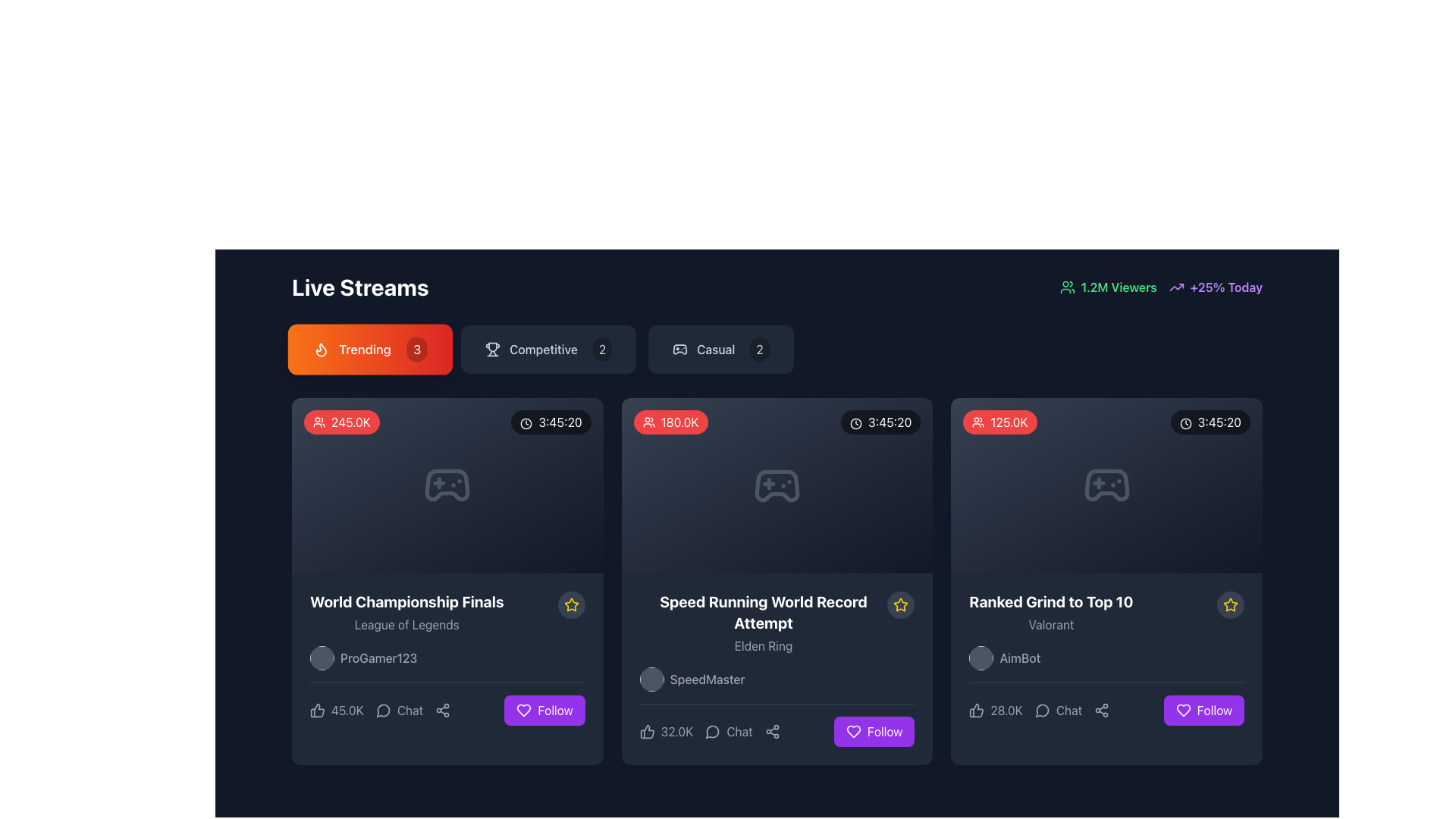 This screenshot has height=819, width=1456. Describe the element at coordinates (1066, 287) in the screenshot. I see `the user group silhouettes icon styled in green, located to the left of the '1.2M Viewers' text in the upper-right corner of the interface` at that location.